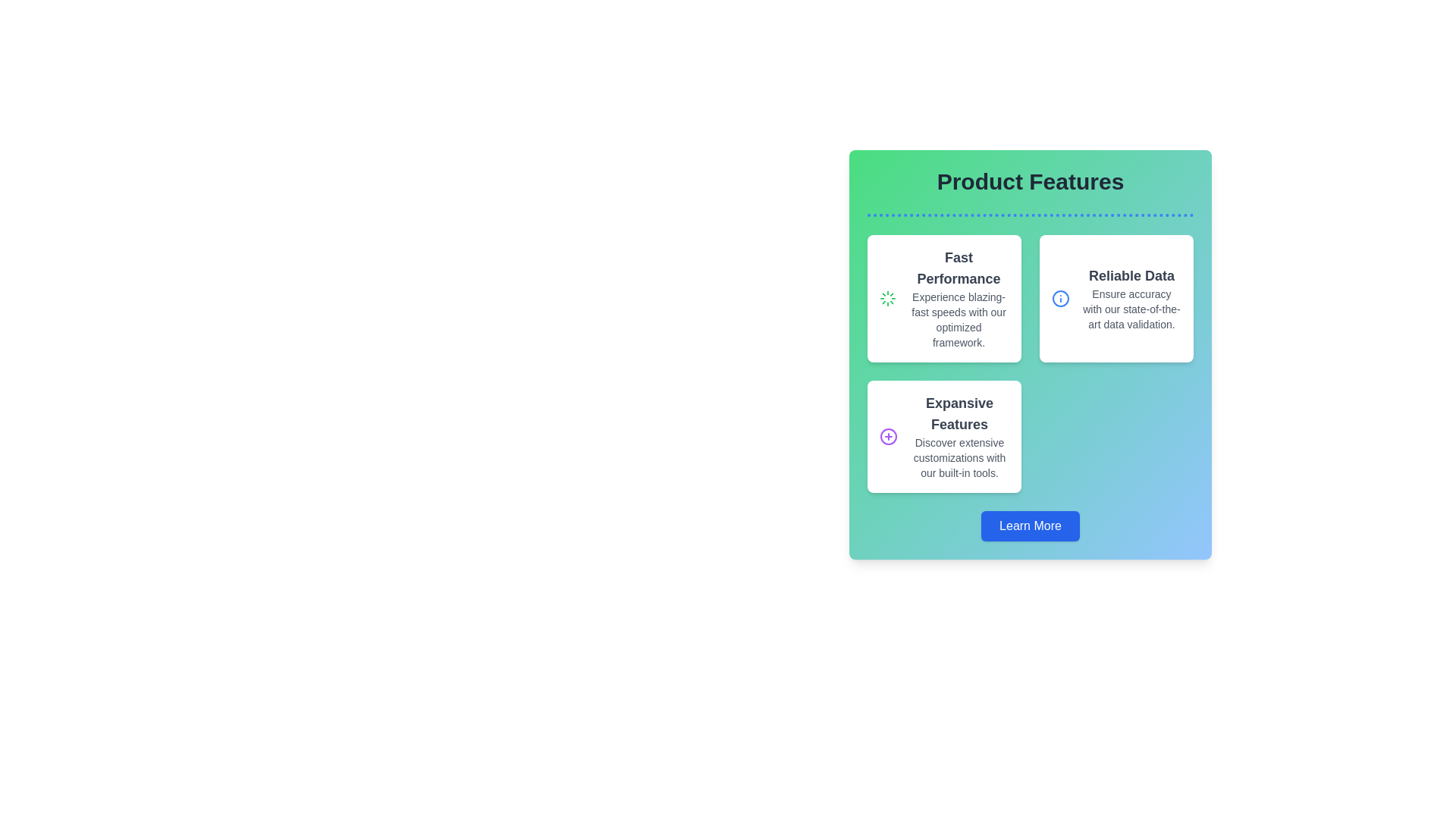  I want to click on the decorative separator line located immediately below the 'Product Features' title and above the grid layout, so click(1030, 215).